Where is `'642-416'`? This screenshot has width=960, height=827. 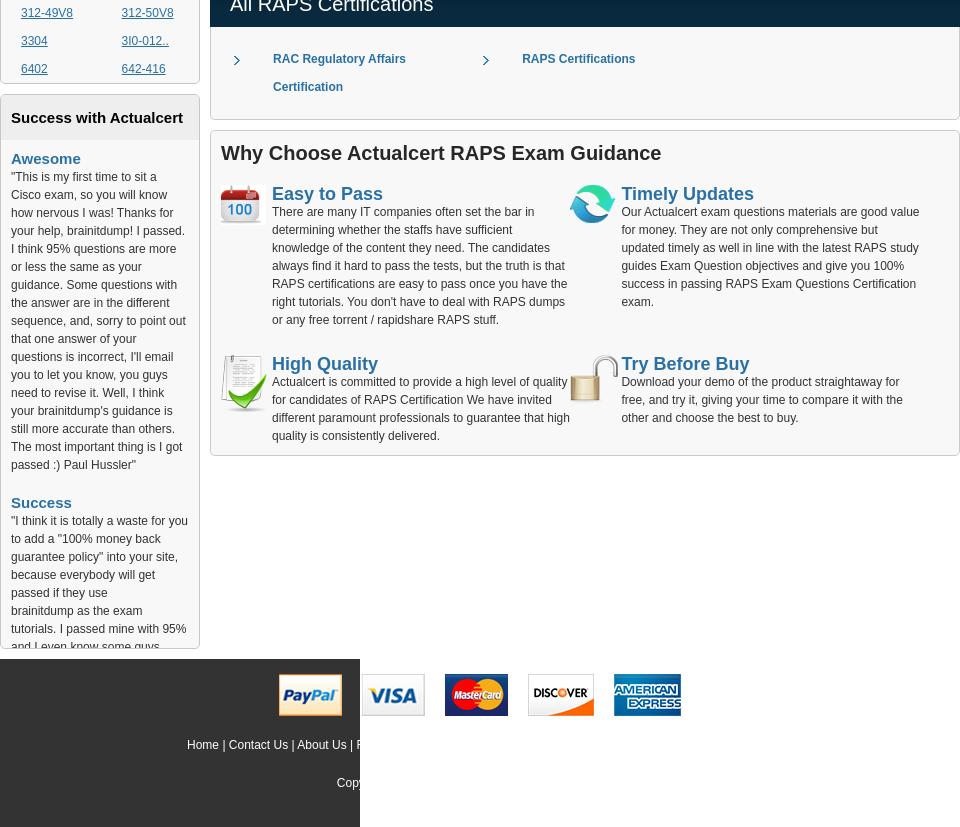
'642-416' is located at coordinates (142, 68).